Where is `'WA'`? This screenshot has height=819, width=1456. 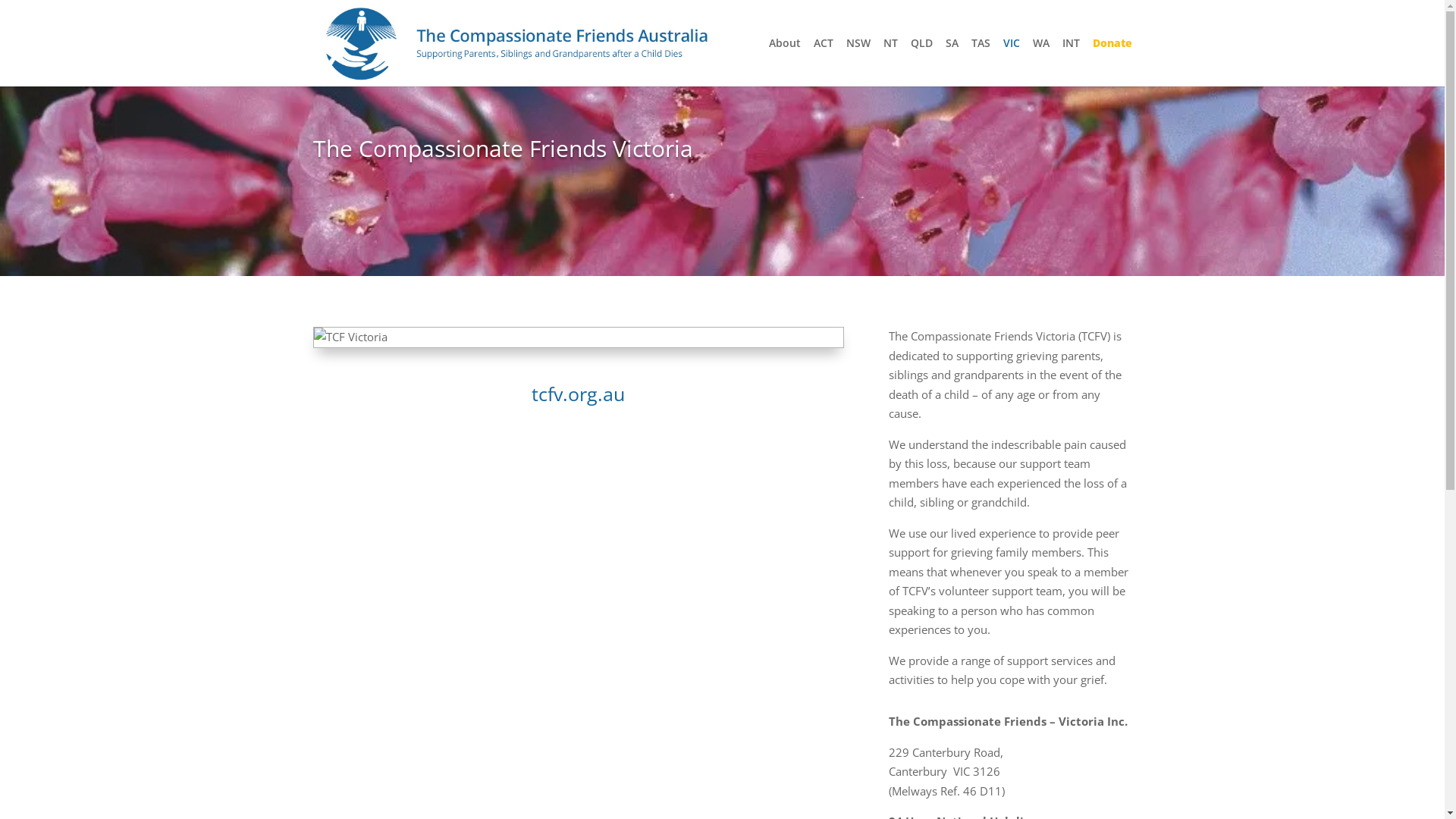 'WA' is located at coordinates (1032, 61).